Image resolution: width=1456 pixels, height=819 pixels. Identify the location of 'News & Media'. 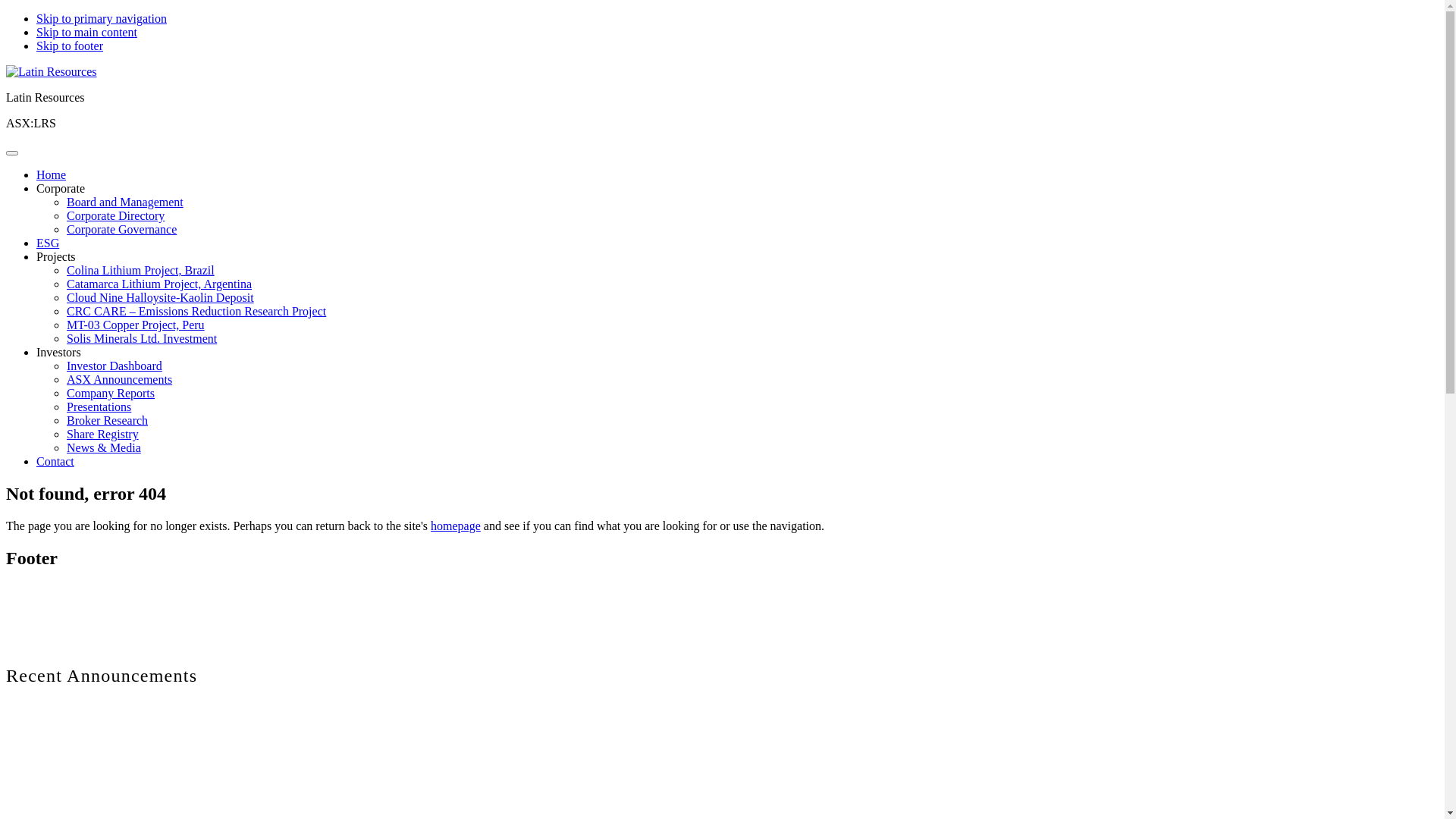
(103, 447).